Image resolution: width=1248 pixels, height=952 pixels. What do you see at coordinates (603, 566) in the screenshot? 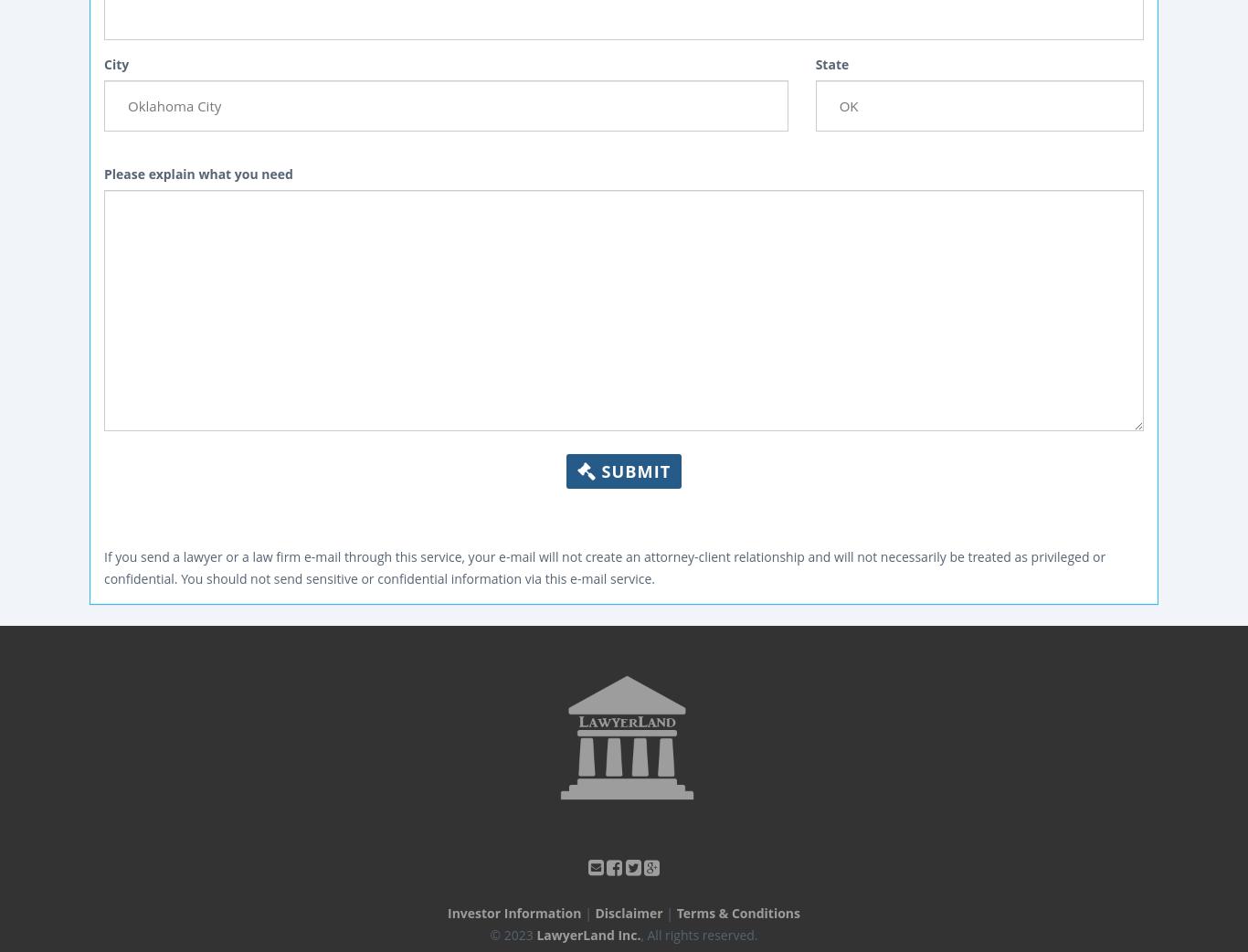
I see `'If you send a lawyer or a law firm e-mail through this service, your e-mail will not create an attorney-client relationship and will not necessarily be treated as privileged or confidential. You should not send sensitive or confidential information via this e-mail service.'` at bounding box center [603, 566].